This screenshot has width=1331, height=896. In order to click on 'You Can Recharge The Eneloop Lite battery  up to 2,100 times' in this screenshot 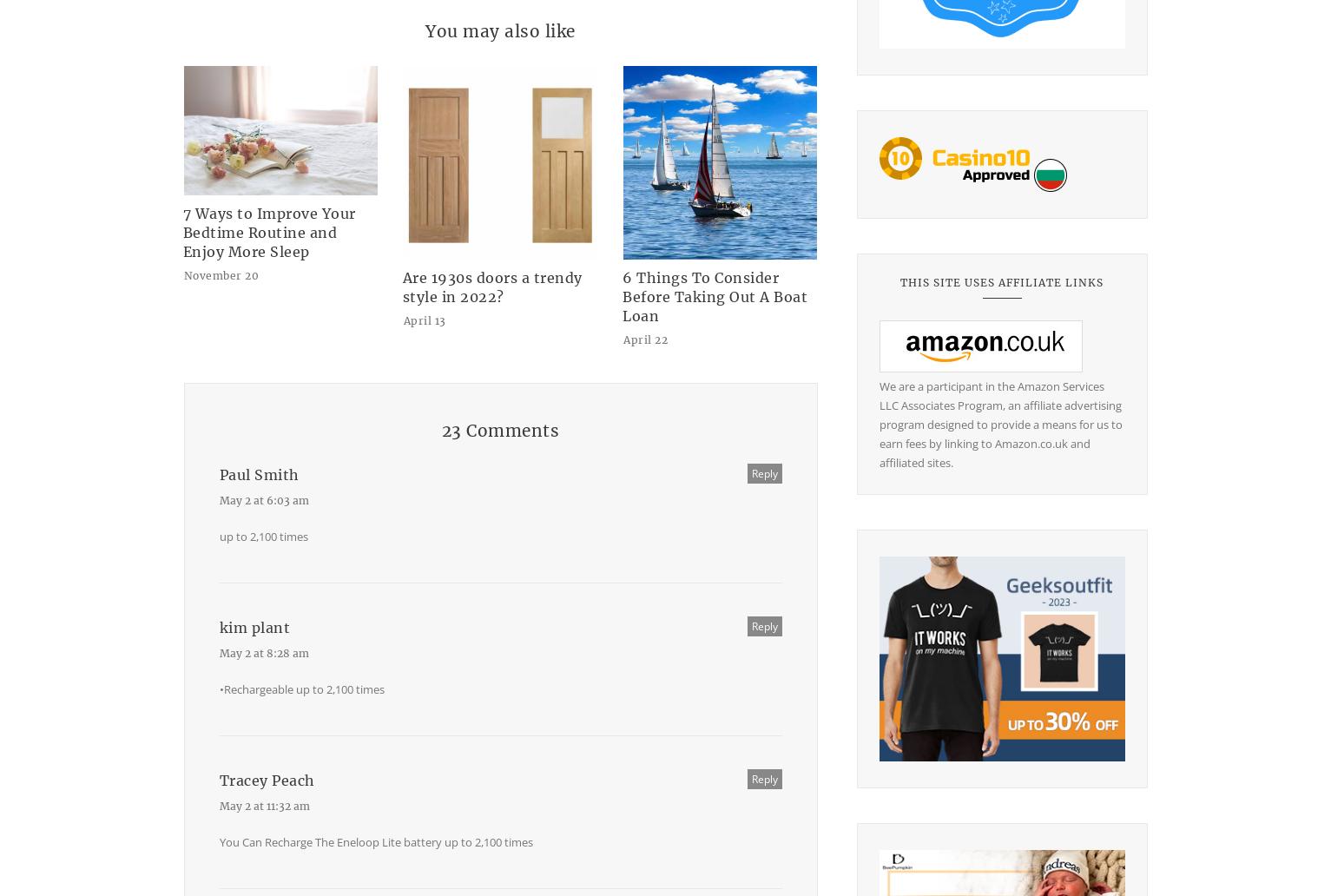, I will do `click(374, 840)`.